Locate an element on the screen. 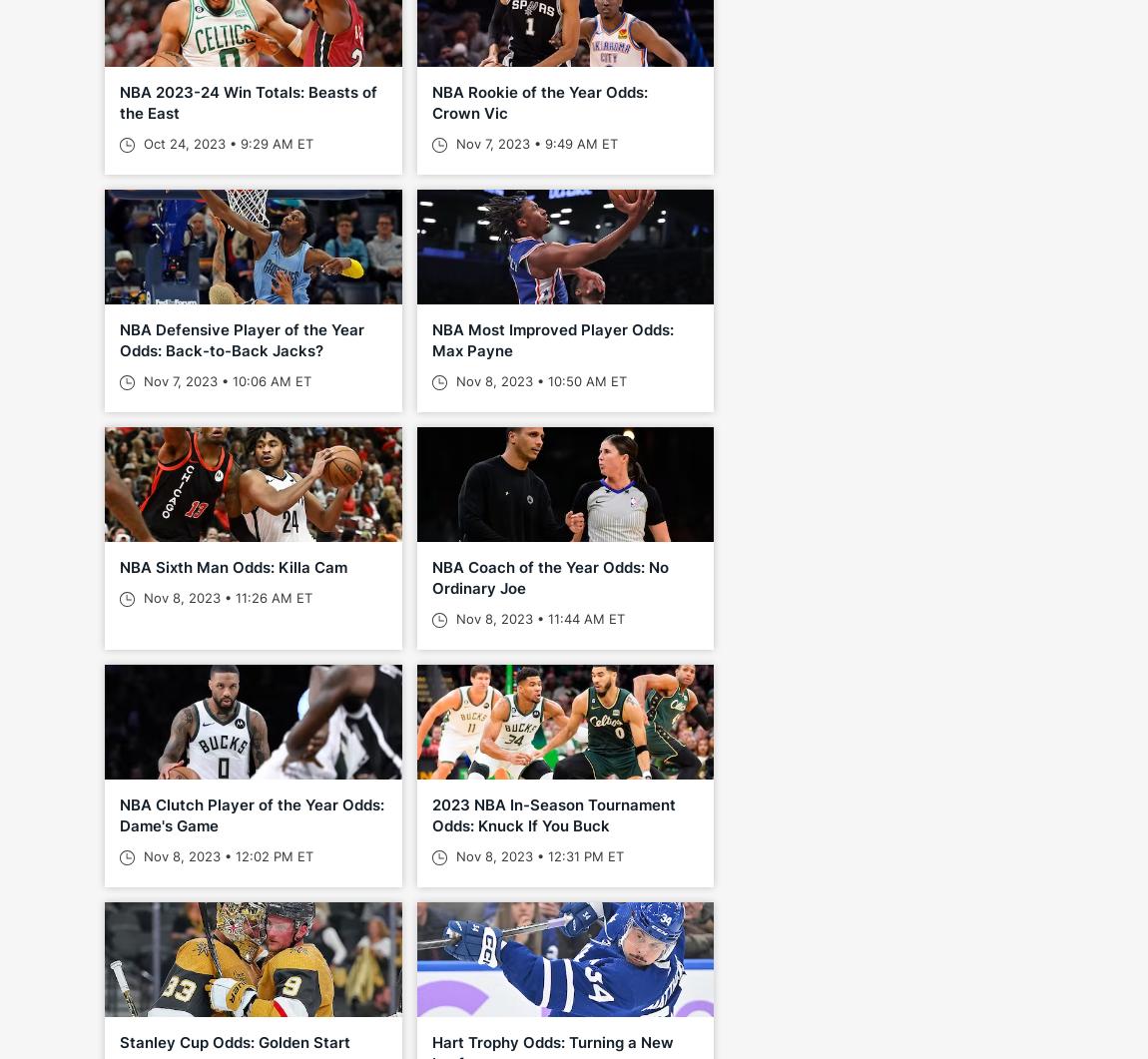 Image resolution: width=1148 pixels, height=1059 pixels. '2023 NBA In-Season Tournament Odds: Knuck If You Buck' is located at coordinates (552, 814).